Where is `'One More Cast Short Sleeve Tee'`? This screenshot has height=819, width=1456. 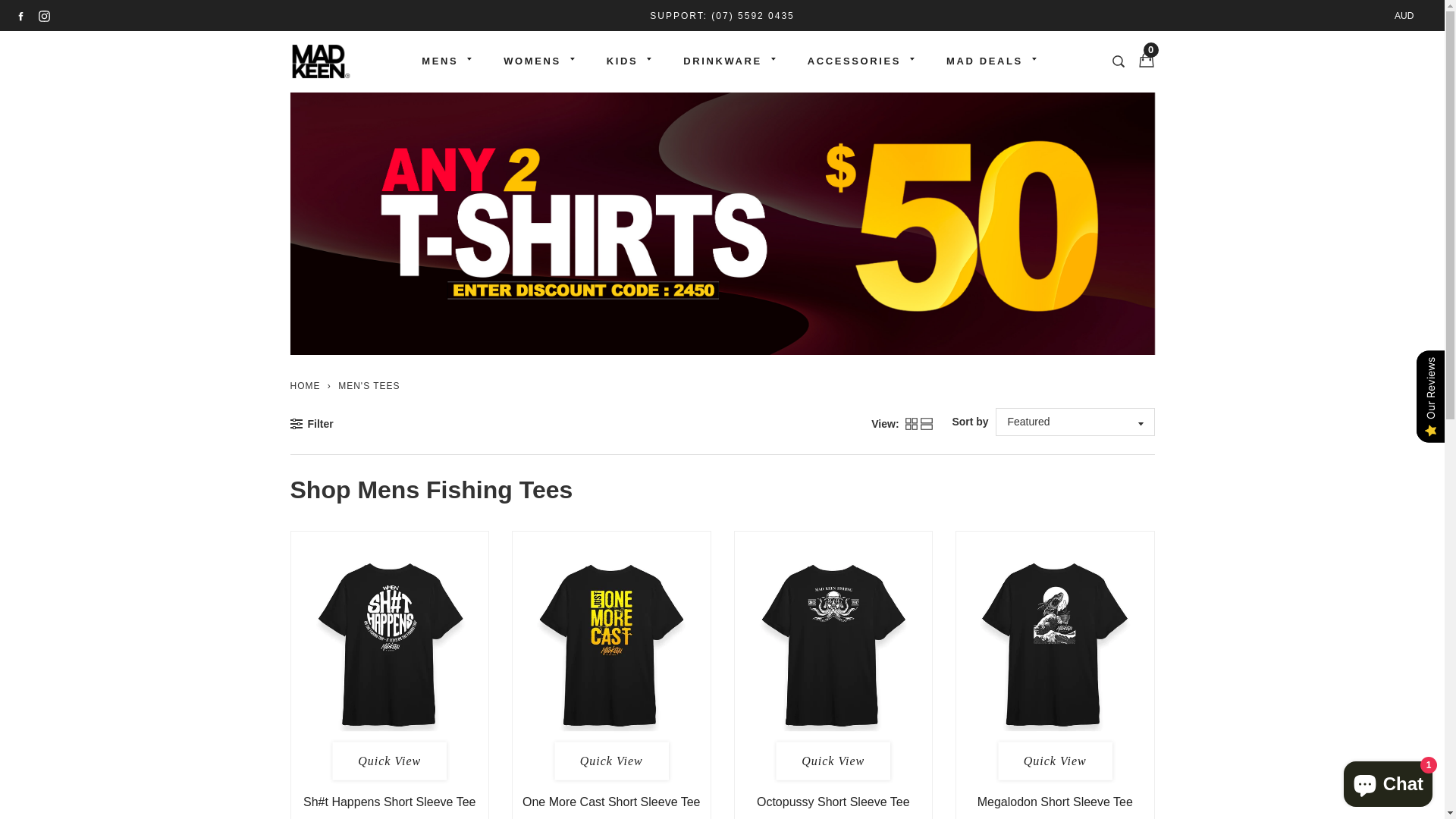 'One More Cast Short Sleeve Tee' is located at coordinates (522, 801).